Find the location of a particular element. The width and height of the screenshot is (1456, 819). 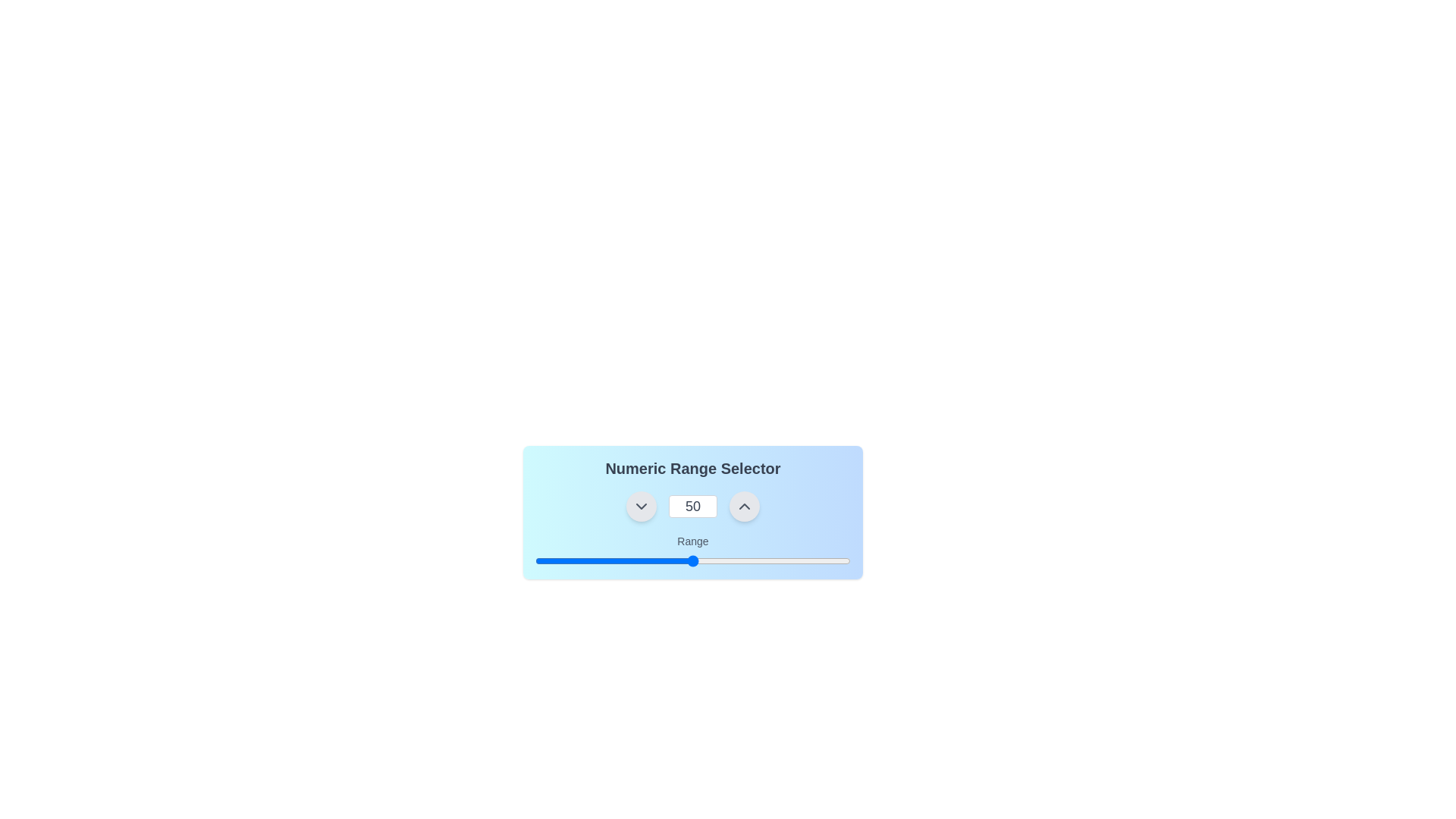

the increment button icon located within the circular button positioned at the top-right corner of the numerical input field to increase the value is located at coordinates (745, 506).